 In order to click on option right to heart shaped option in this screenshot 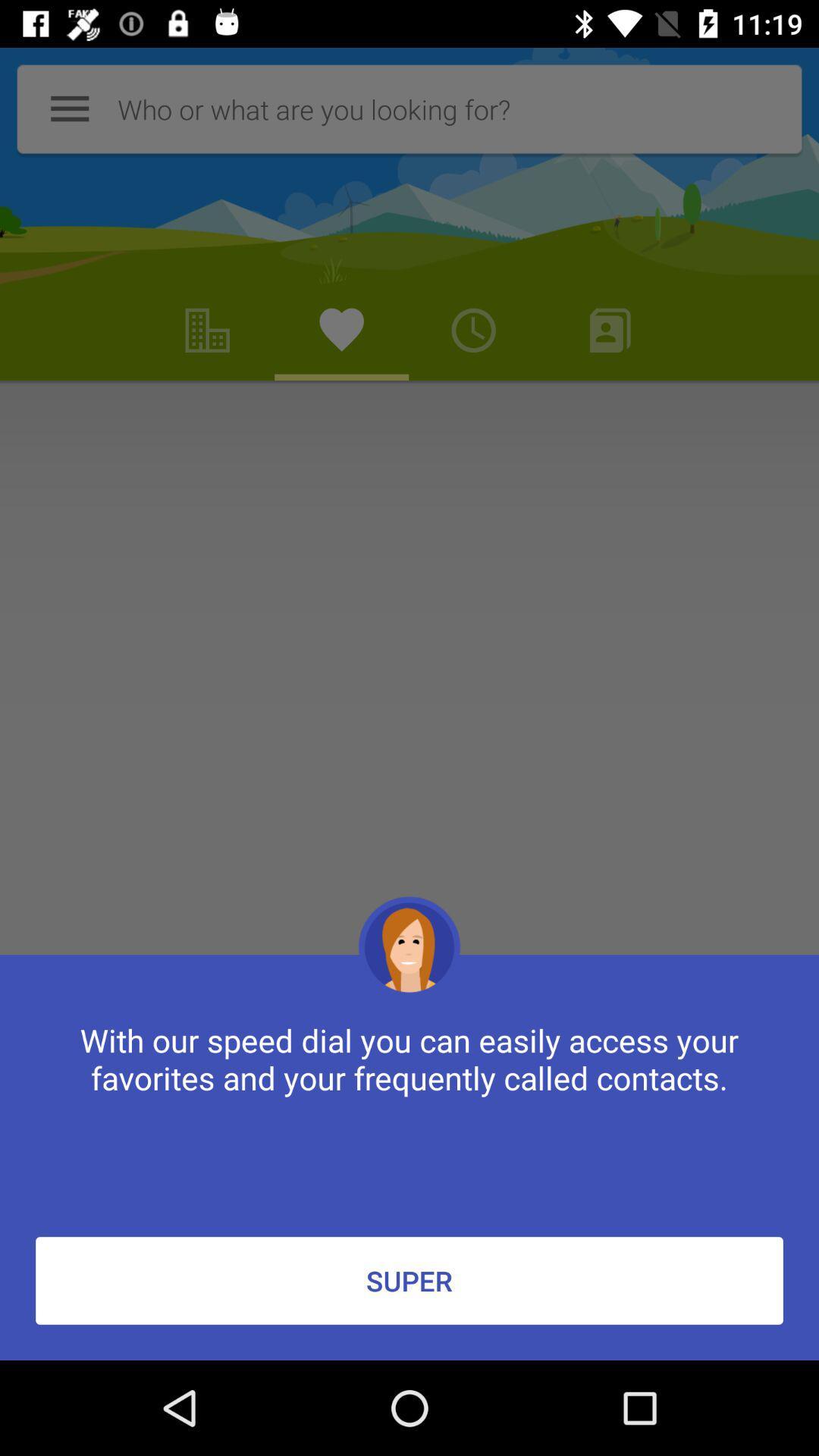, I will do `click(472, 330)`.